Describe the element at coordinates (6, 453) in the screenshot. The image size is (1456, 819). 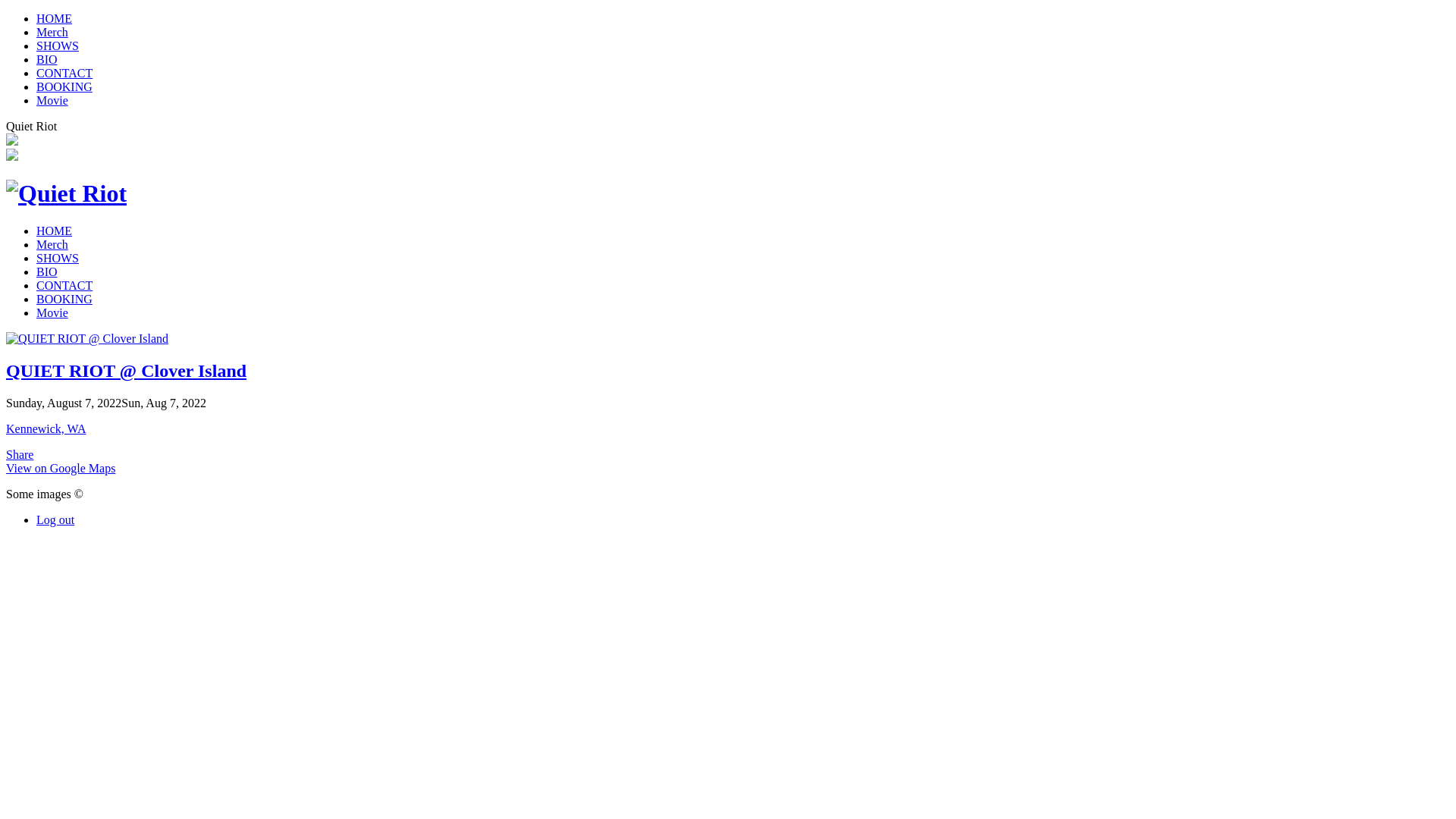
I see `'Share'` at that location.